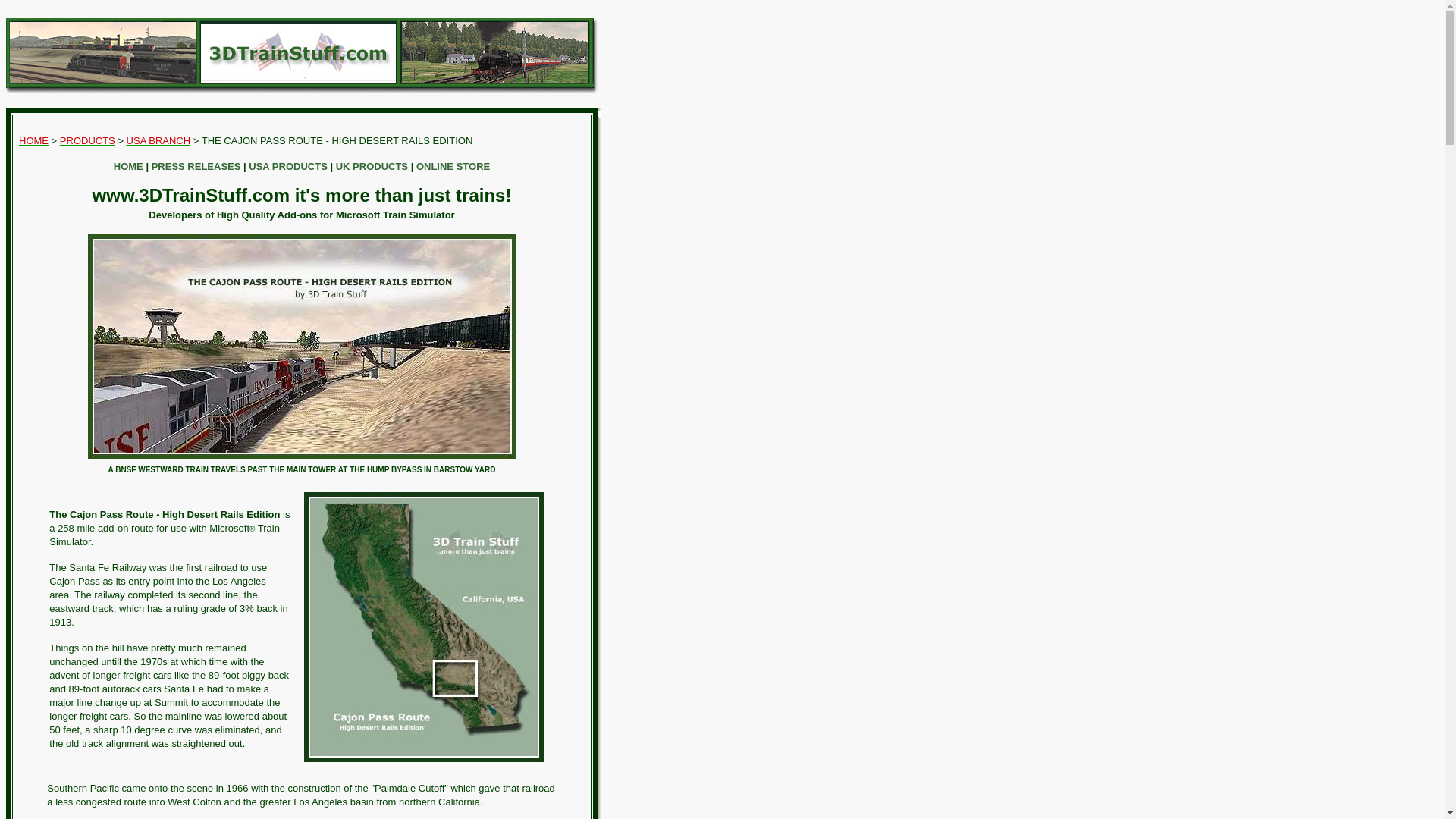  What do you see at coordinates (128, 166) in the screenshot?
I see `'HOME'` at bounding box center [128, 166].